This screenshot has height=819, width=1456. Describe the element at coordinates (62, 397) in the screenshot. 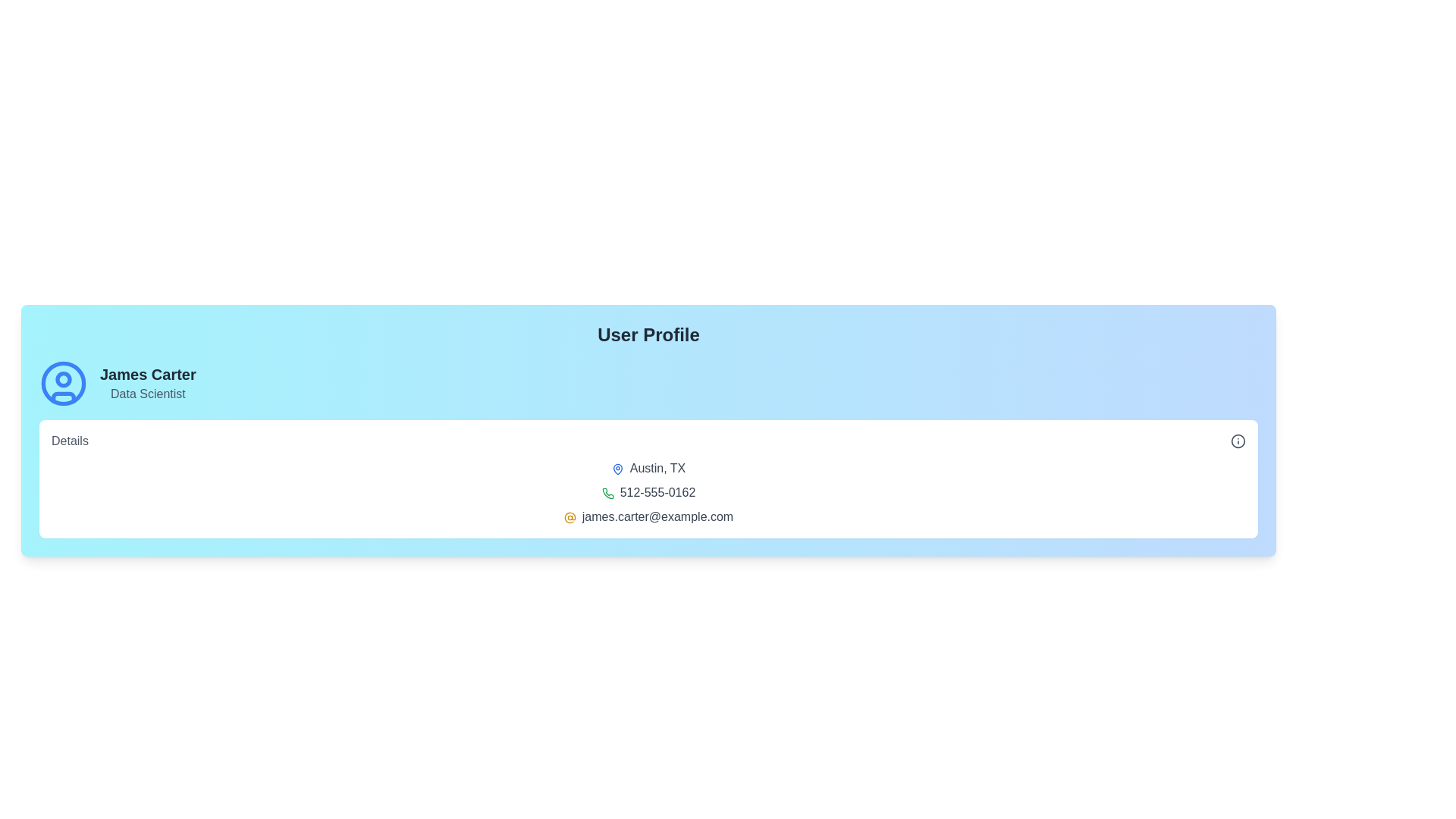

I see `the decorative semi-circular arc within the user avatar icon, which is located in the lower part of the circular avatar, beneath the smaller inner circle` at that location.